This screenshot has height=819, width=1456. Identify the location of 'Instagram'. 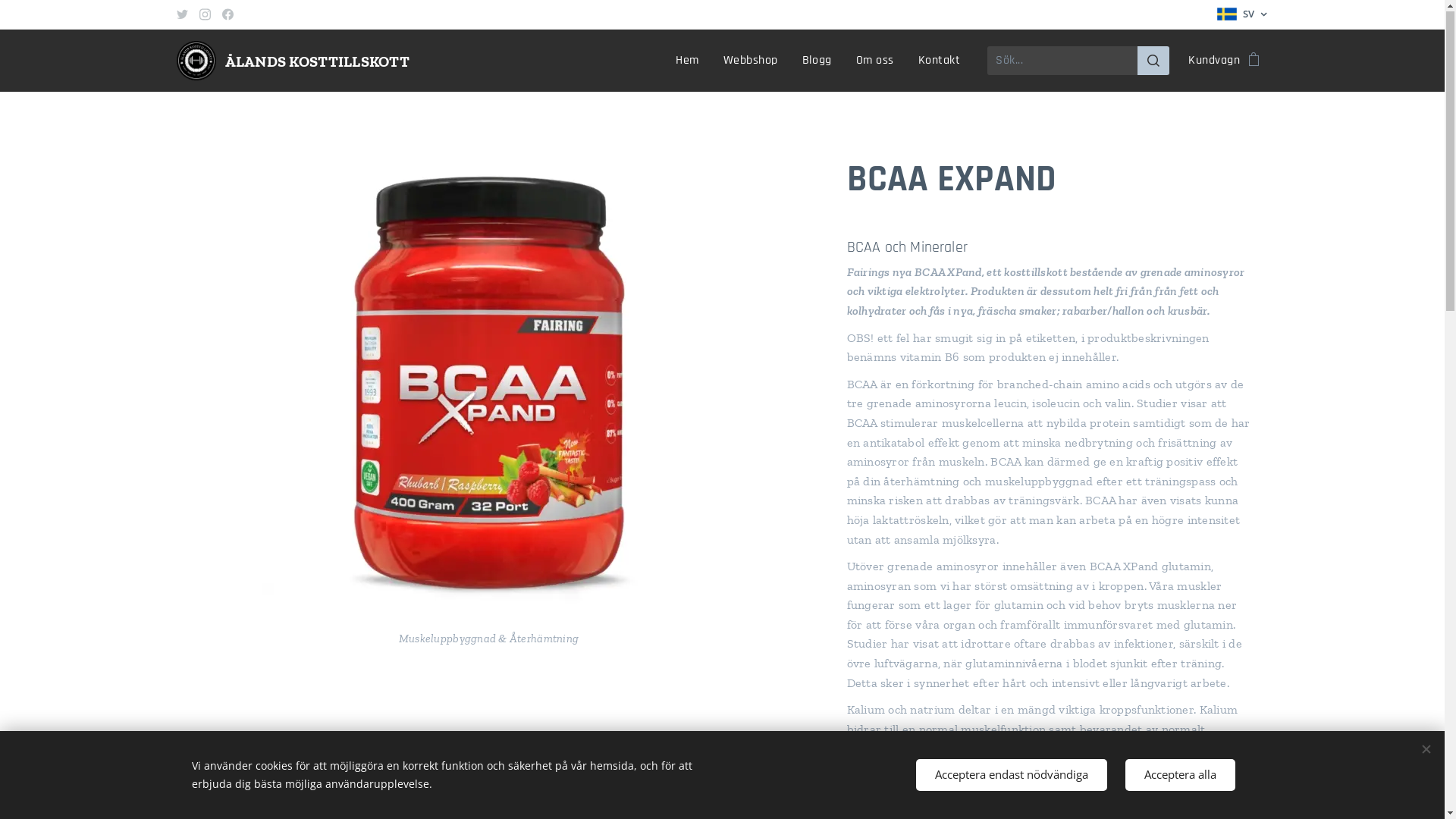
(204, 14).